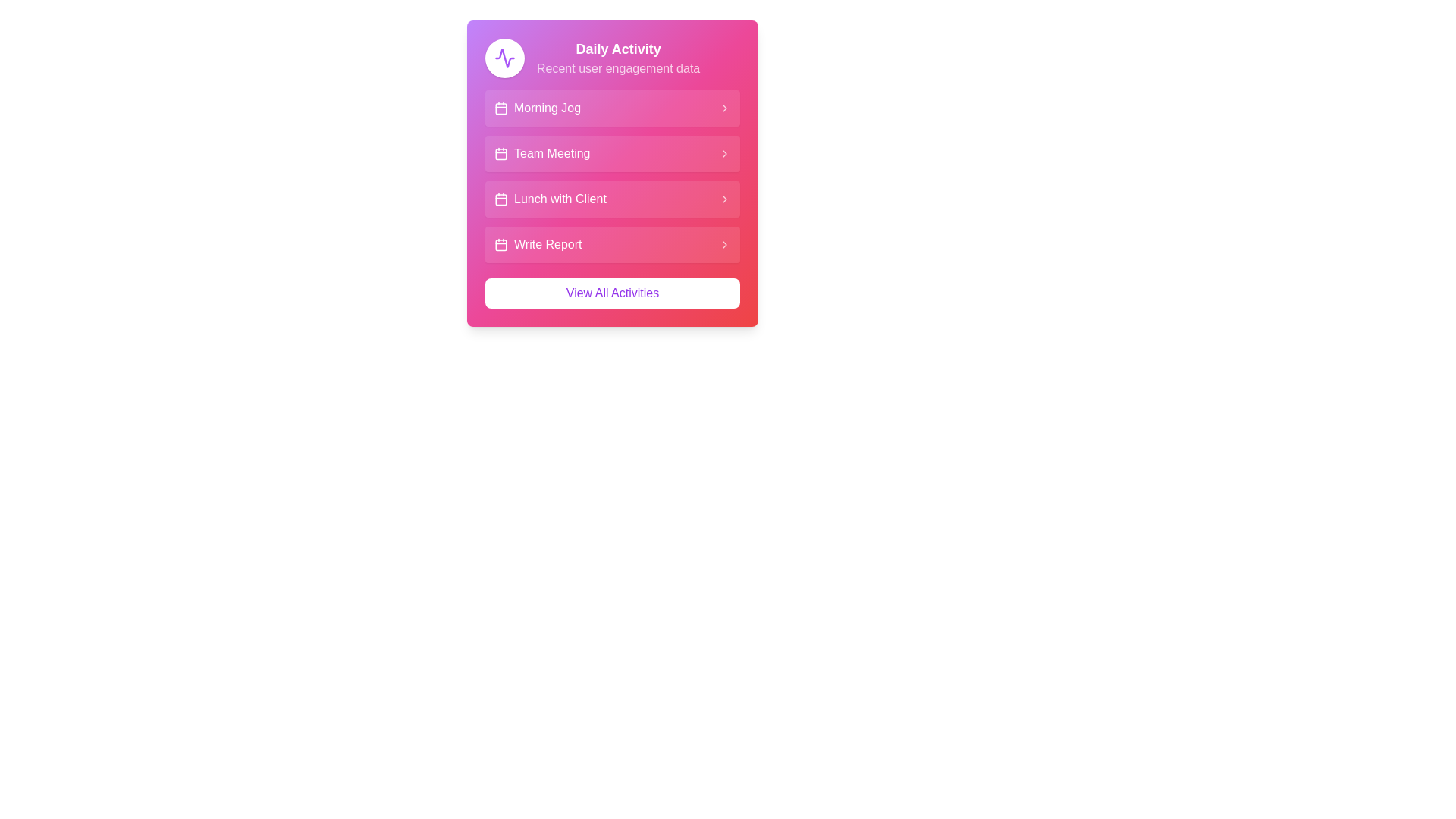 The height and width of the screenshot is (819, 1456). I want to click on the calendar icon element, which is styled with a white outline and located to the left of the 'Write Report' text in the fourth row of the 'Daily Activity' widget, so click(501, 244).